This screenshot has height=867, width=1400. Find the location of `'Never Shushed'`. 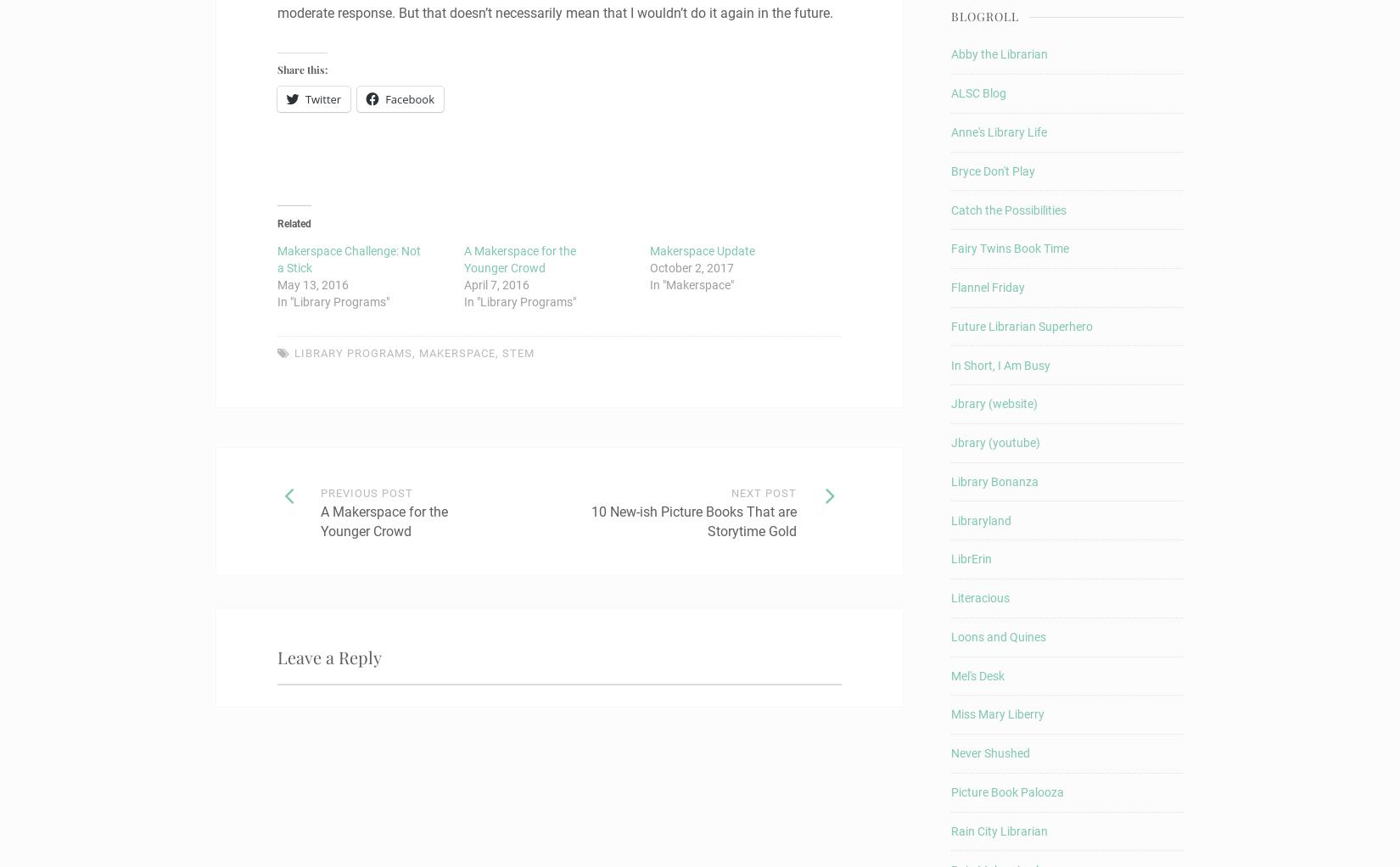

'Never Shushed' is located at coordinates (990, 752).